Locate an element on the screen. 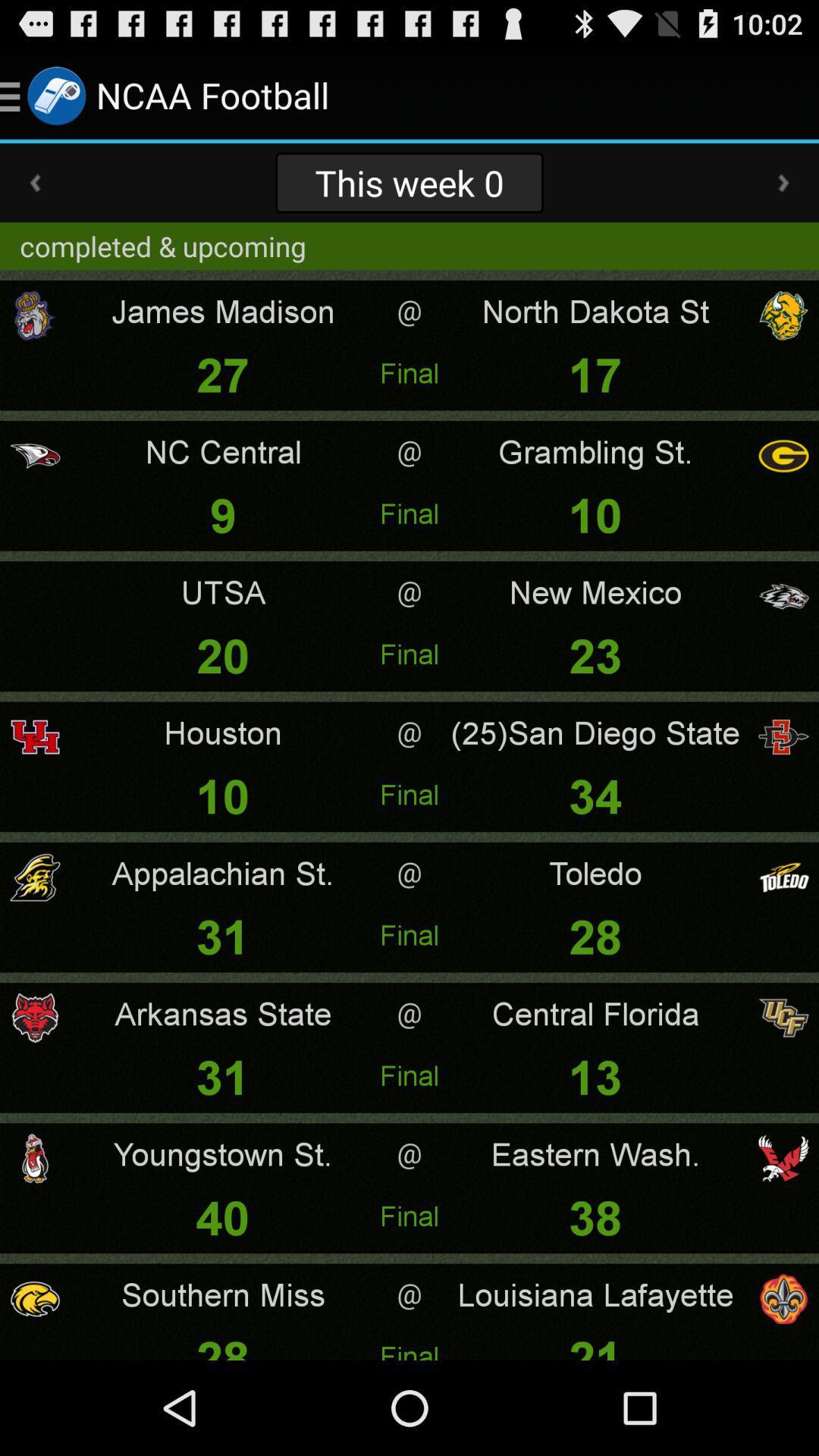 This screenshot has width=819, height=1456. the arrow_forward icon is located at coordinates (783, 195).